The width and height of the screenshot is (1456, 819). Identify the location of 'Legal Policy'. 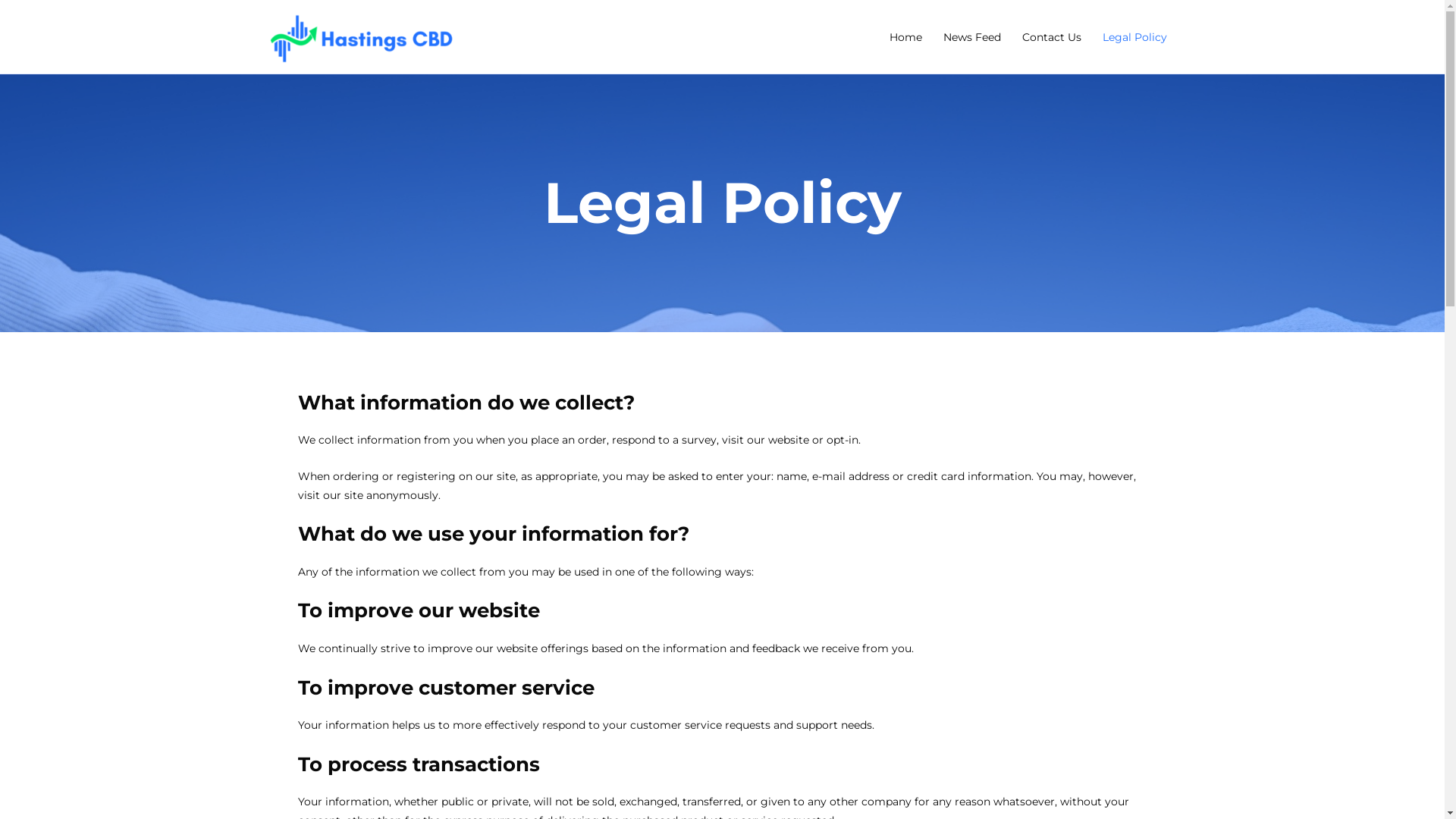
(1134, 35).